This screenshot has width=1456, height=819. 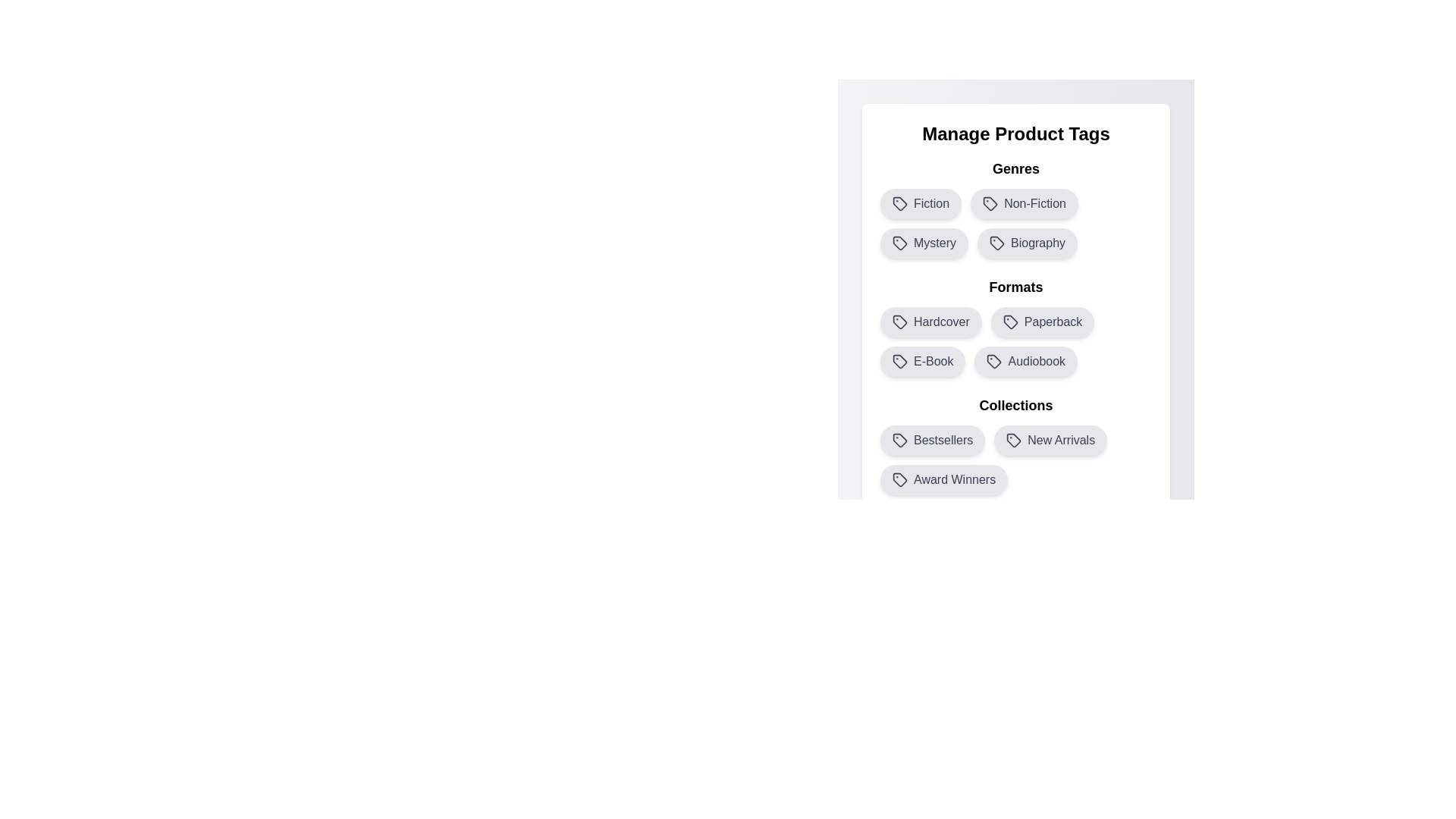 I want to click on the 'Non-Fiction' genre tag, which is the second tag under the 'Genres' section, so click(x=1015, y=208).